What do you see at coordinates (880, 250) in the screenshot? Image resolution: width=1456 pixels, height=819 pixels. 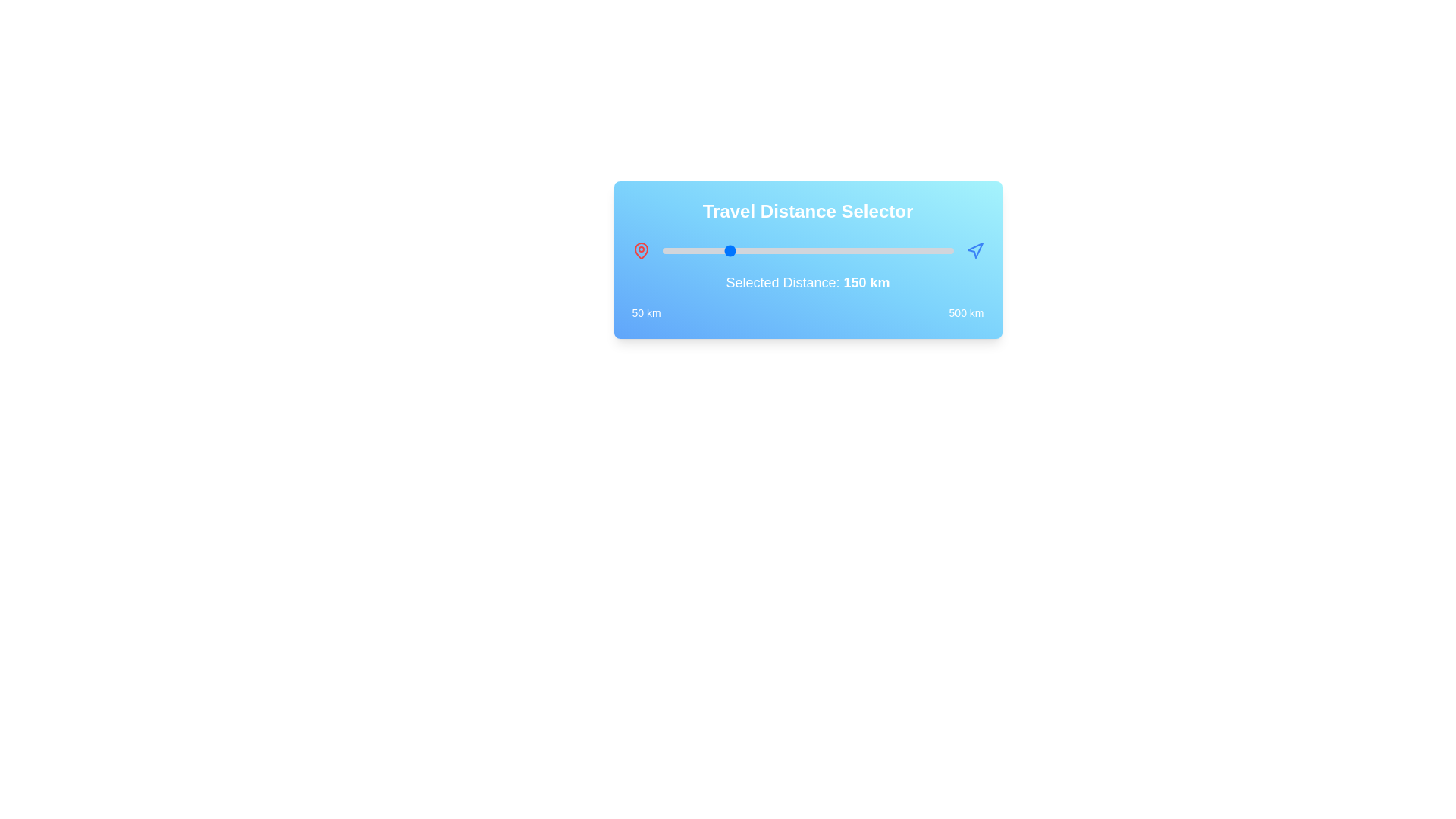 I see `the slider to set the distance to 387 km` at bounding box center [880, 250].